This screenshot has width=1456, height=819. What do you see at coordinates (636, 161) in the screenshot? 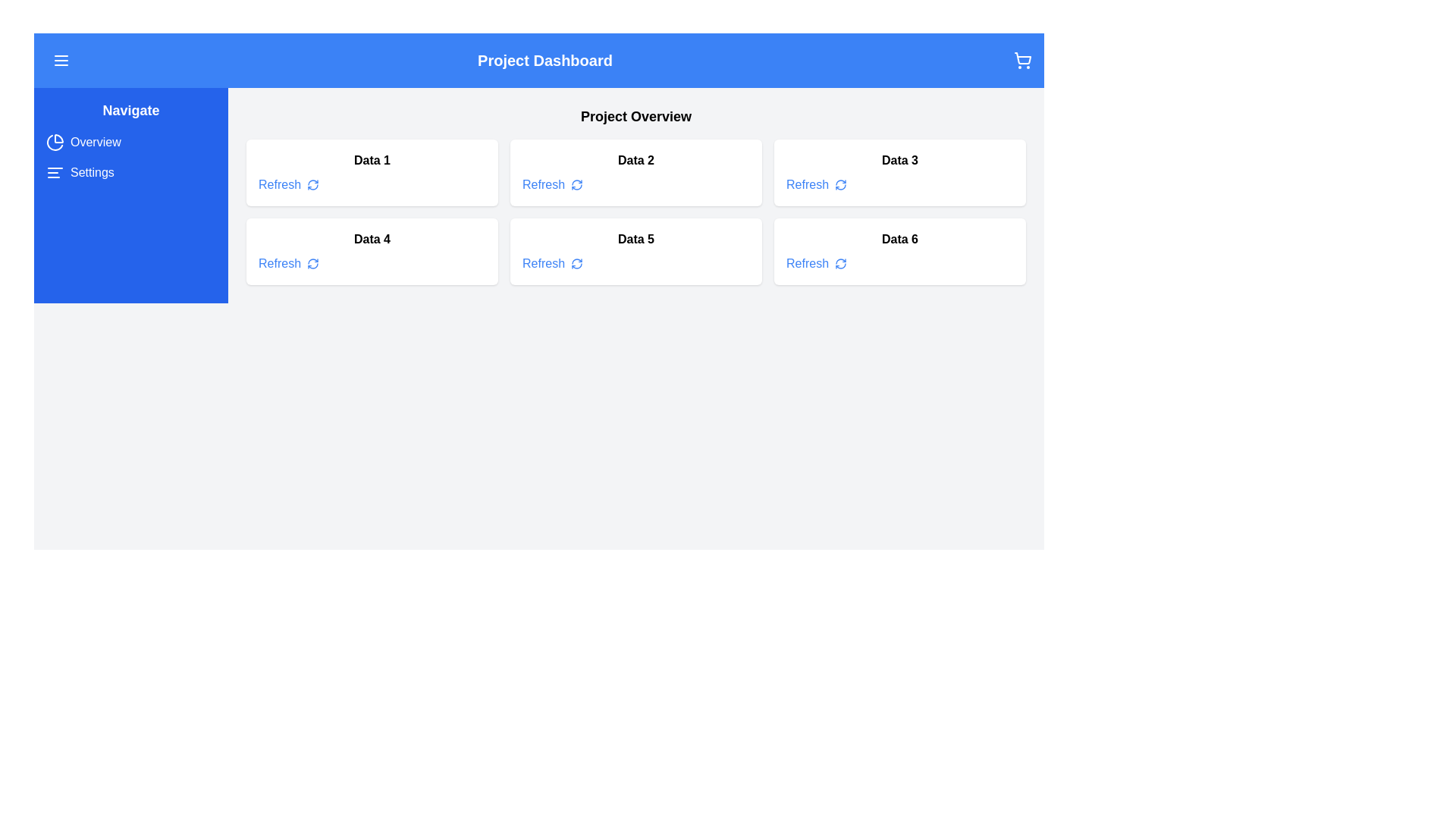
I see `the static text label displaying 'Data 2', which is styled with a bold font and is located in the first row and second column of a grid layout` at bounding box center [636, 161].